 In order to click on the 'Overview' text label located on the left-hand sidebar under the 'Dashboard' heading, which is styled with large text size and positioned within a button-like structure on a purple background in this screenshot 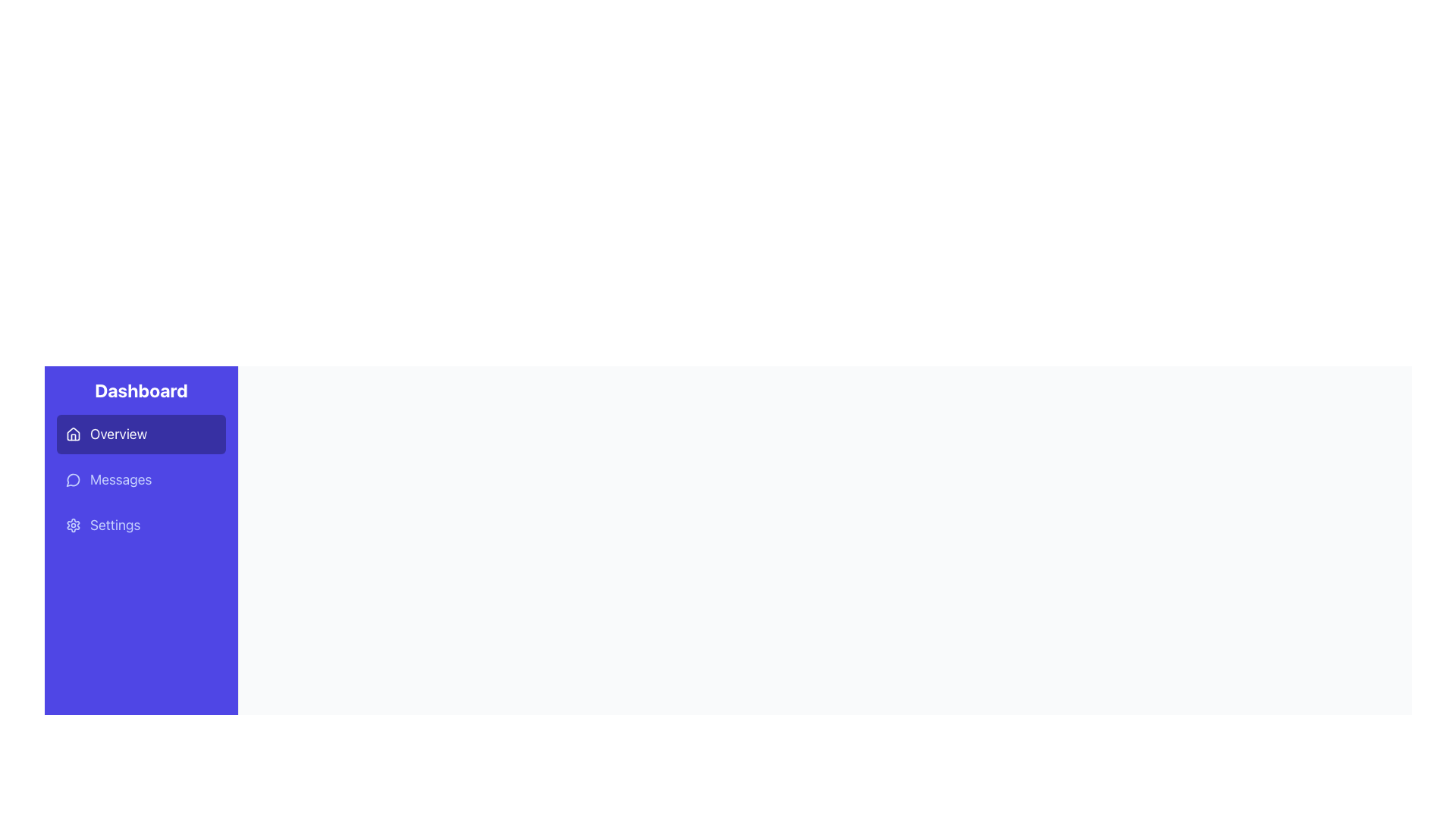, I will do `click(118, 435)`.